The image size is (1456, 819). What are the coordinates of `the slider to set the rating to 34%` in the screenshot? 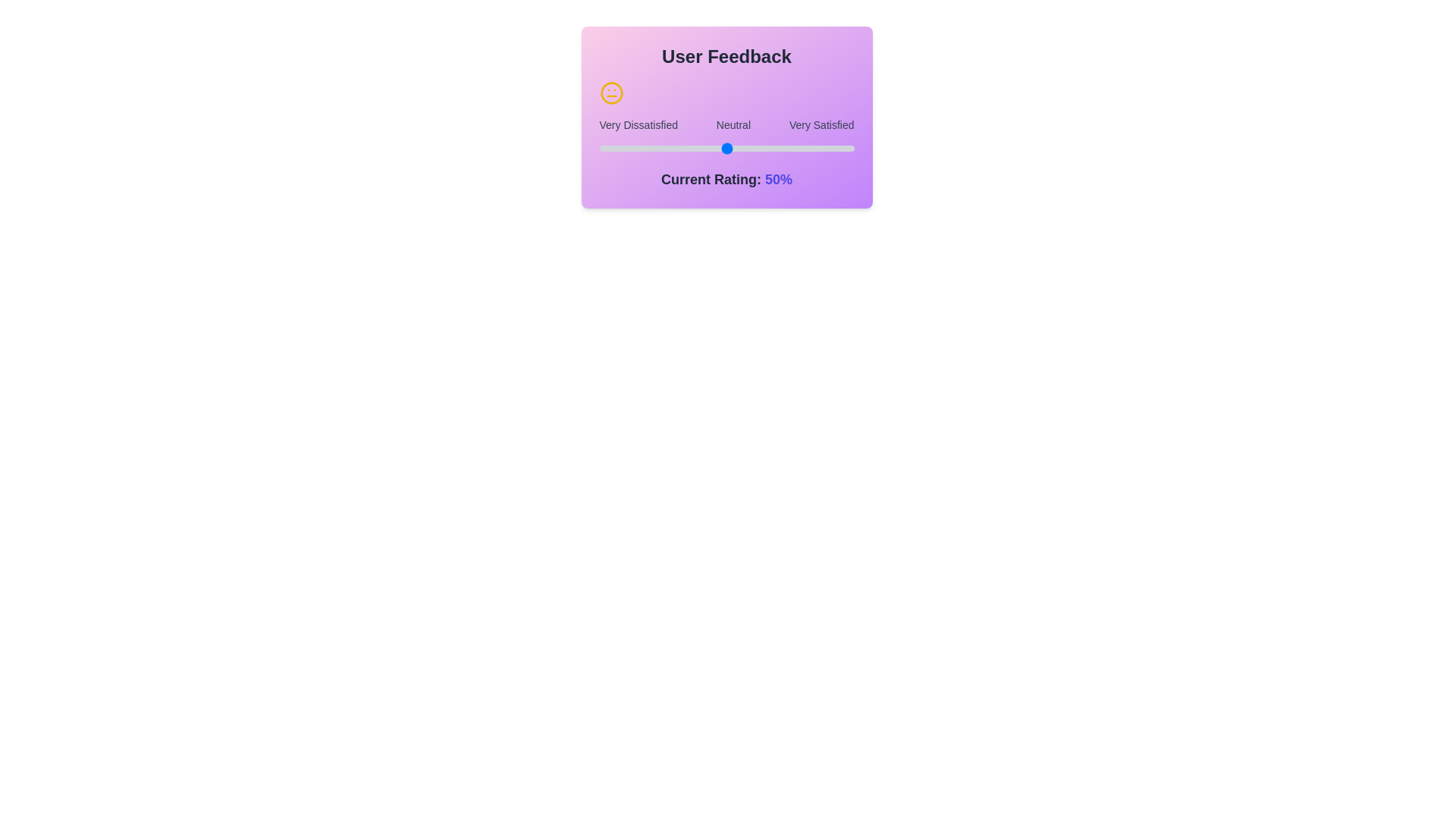 It's located at (598, 149).